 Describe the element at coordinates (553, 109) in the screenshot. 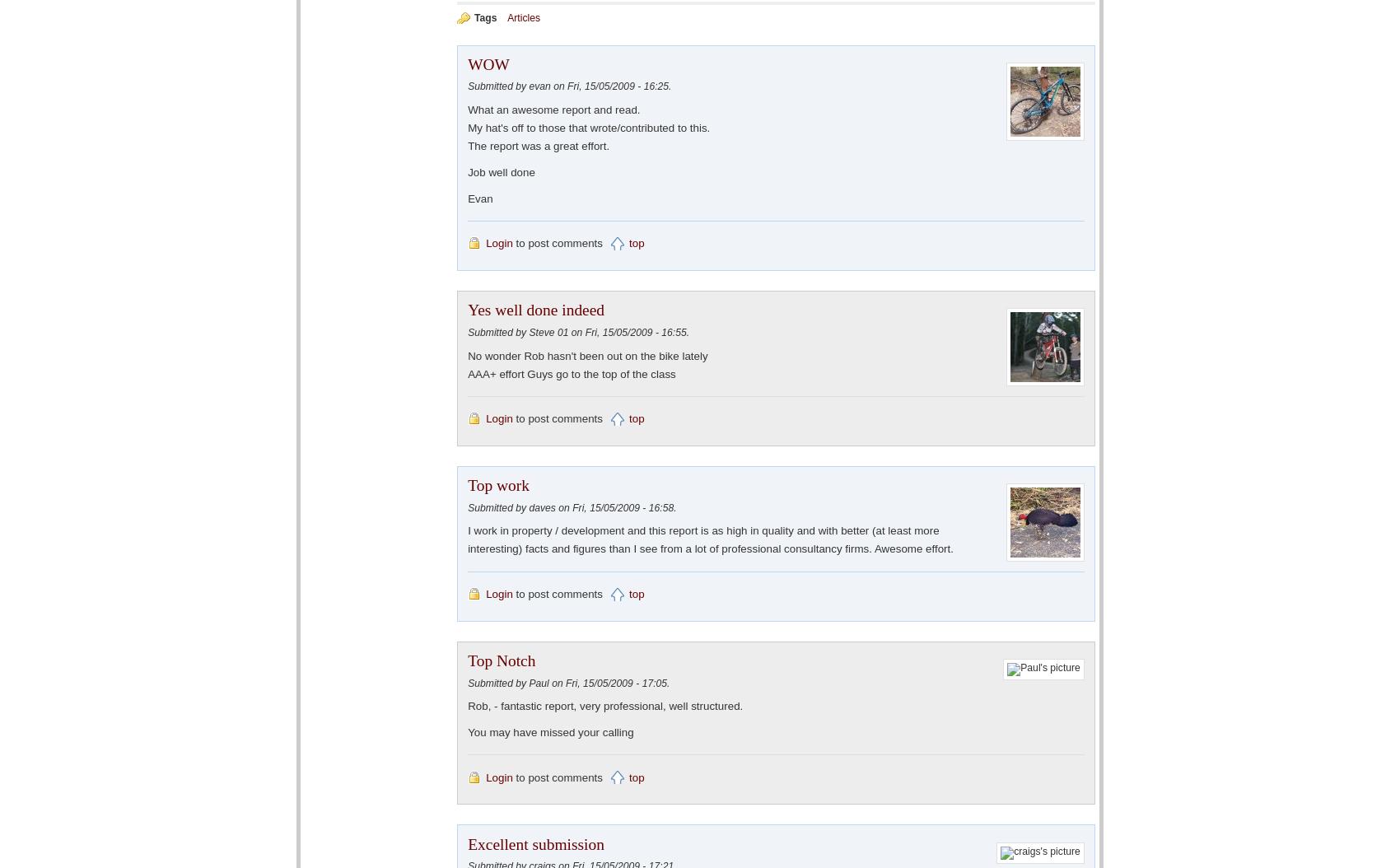

I see `'What an awesome report and read.'` at that location.